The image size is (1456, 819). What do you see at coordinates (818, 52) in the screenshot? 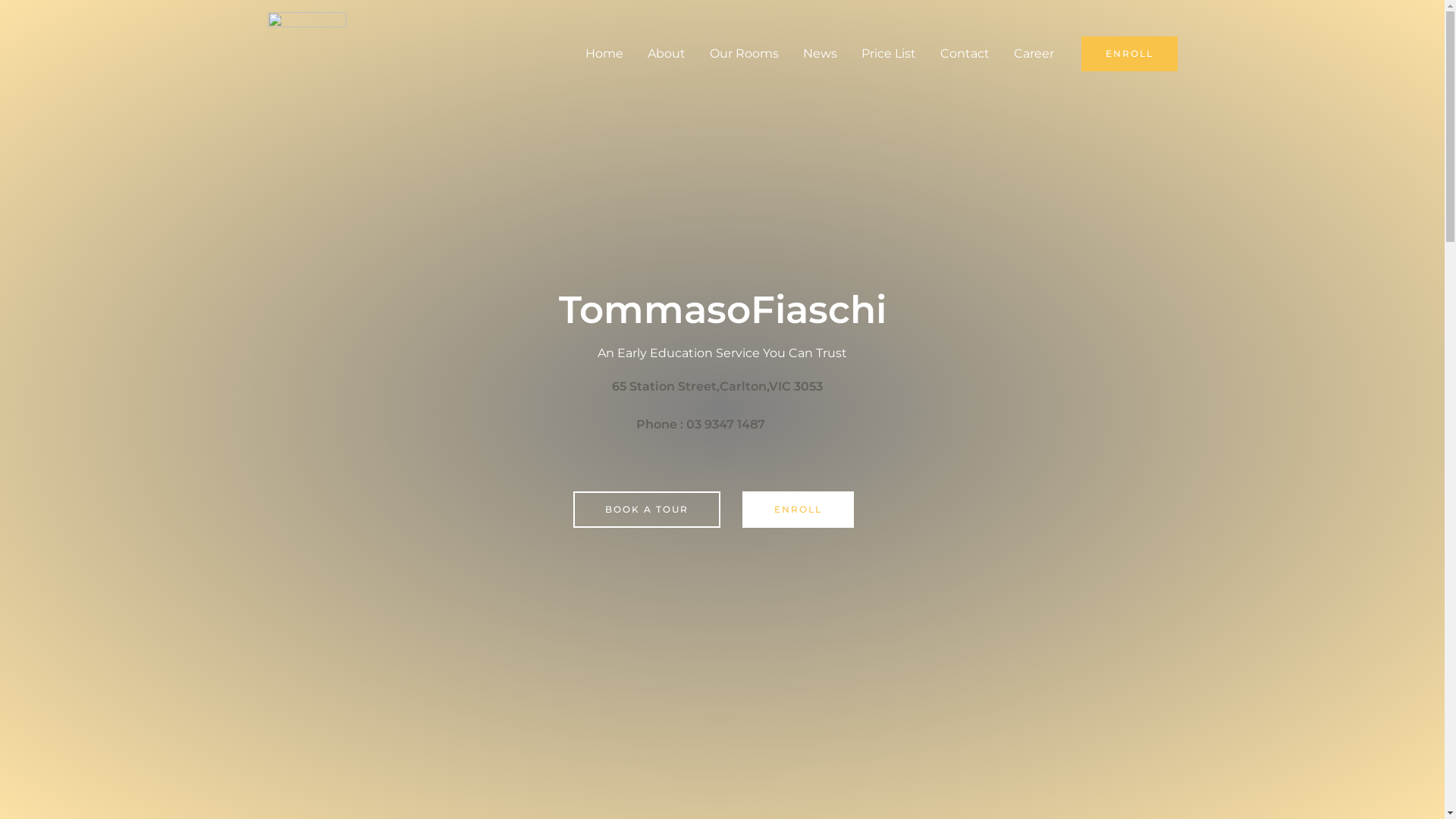
I see `'News'` at bounding box center [818, 52].